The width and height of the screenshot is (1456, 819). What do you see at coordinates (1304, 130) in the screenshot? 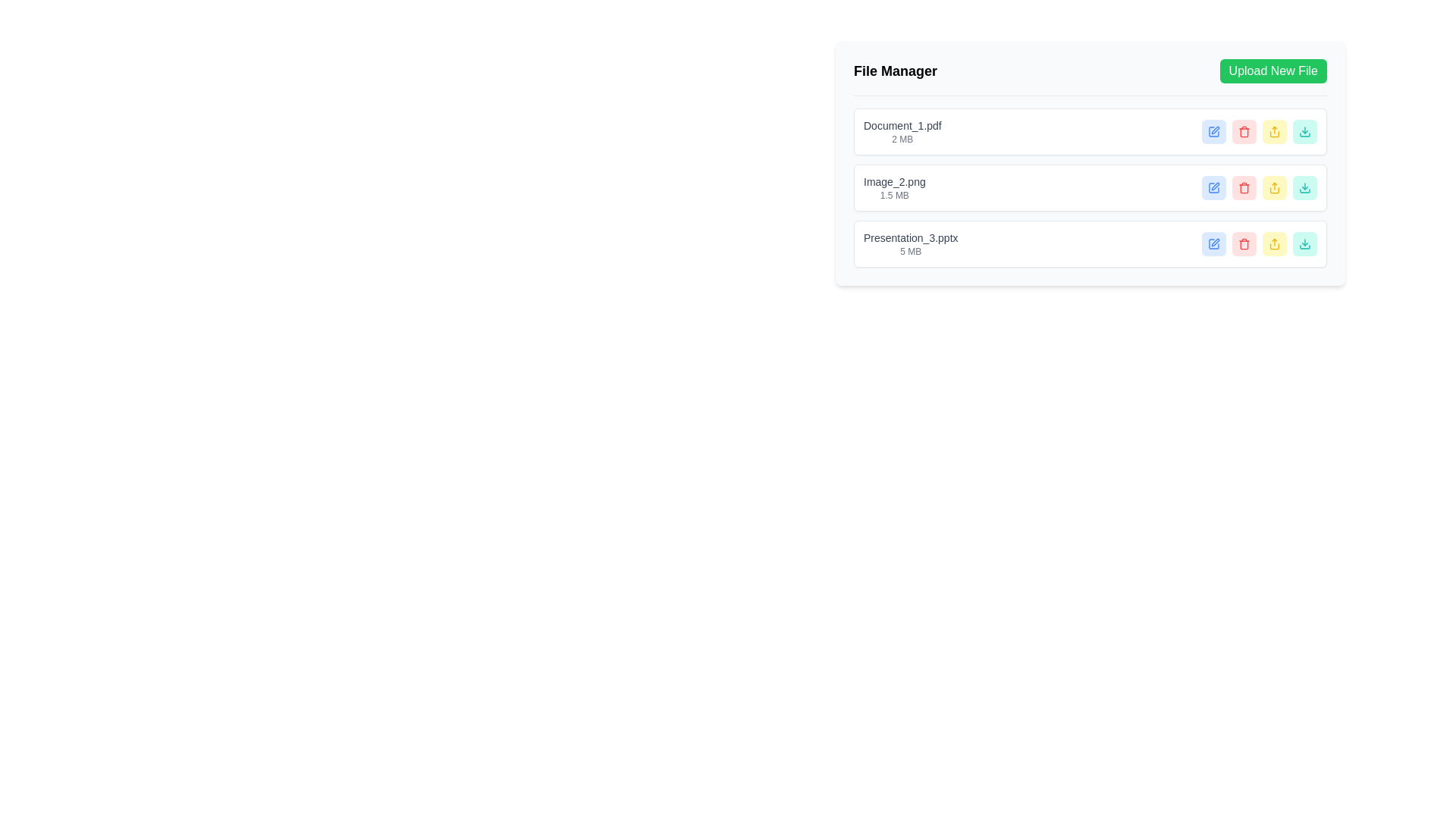
I see `the download button for the file 'Presentation_3.pptx'` at bounding box center [1304, 130].